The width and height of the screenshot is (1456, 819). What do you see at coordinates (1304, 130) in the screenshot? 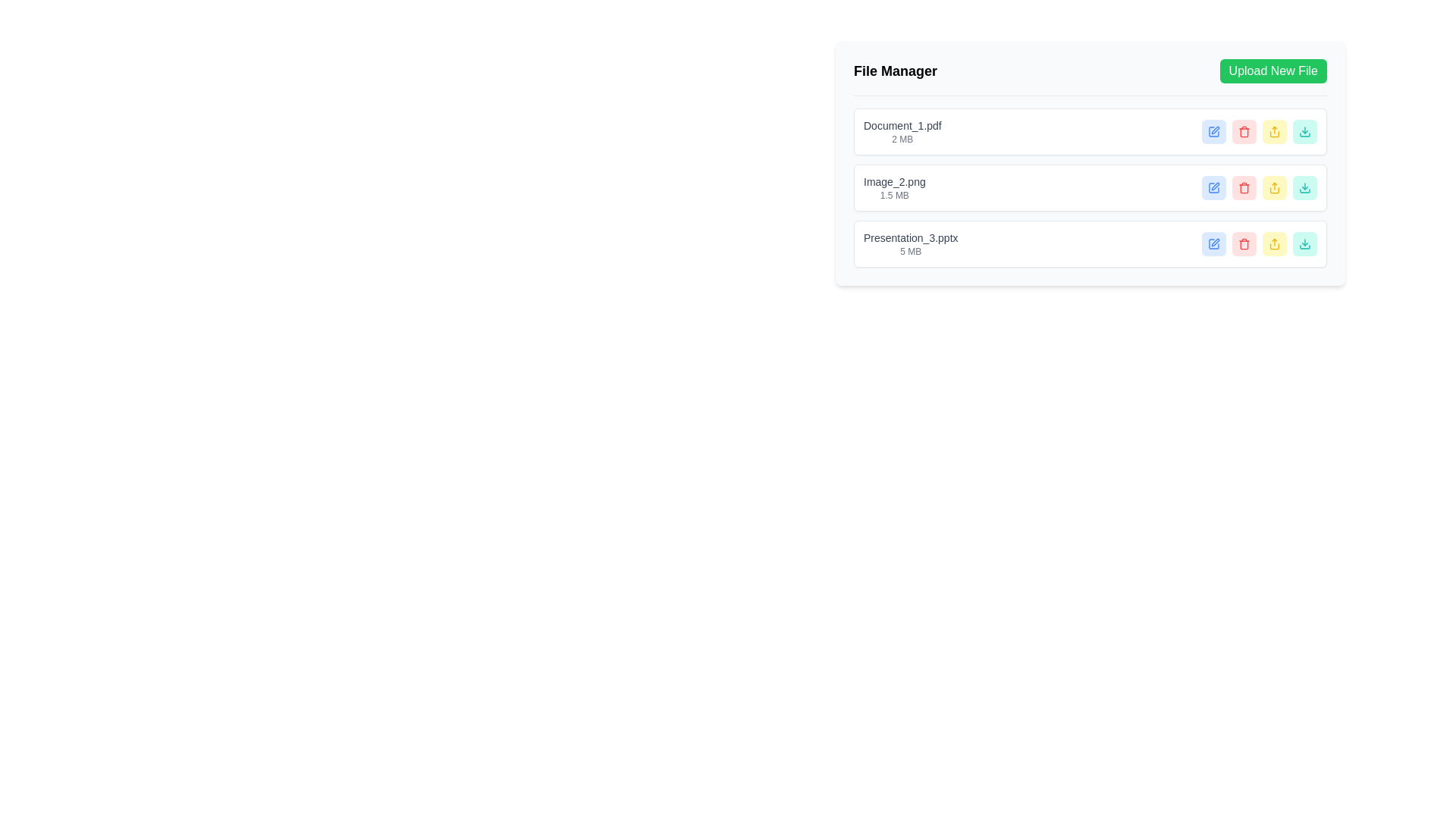
I see `the download button for the file 'Presentation_3.pptx'` at bounding box center [1304, 130].